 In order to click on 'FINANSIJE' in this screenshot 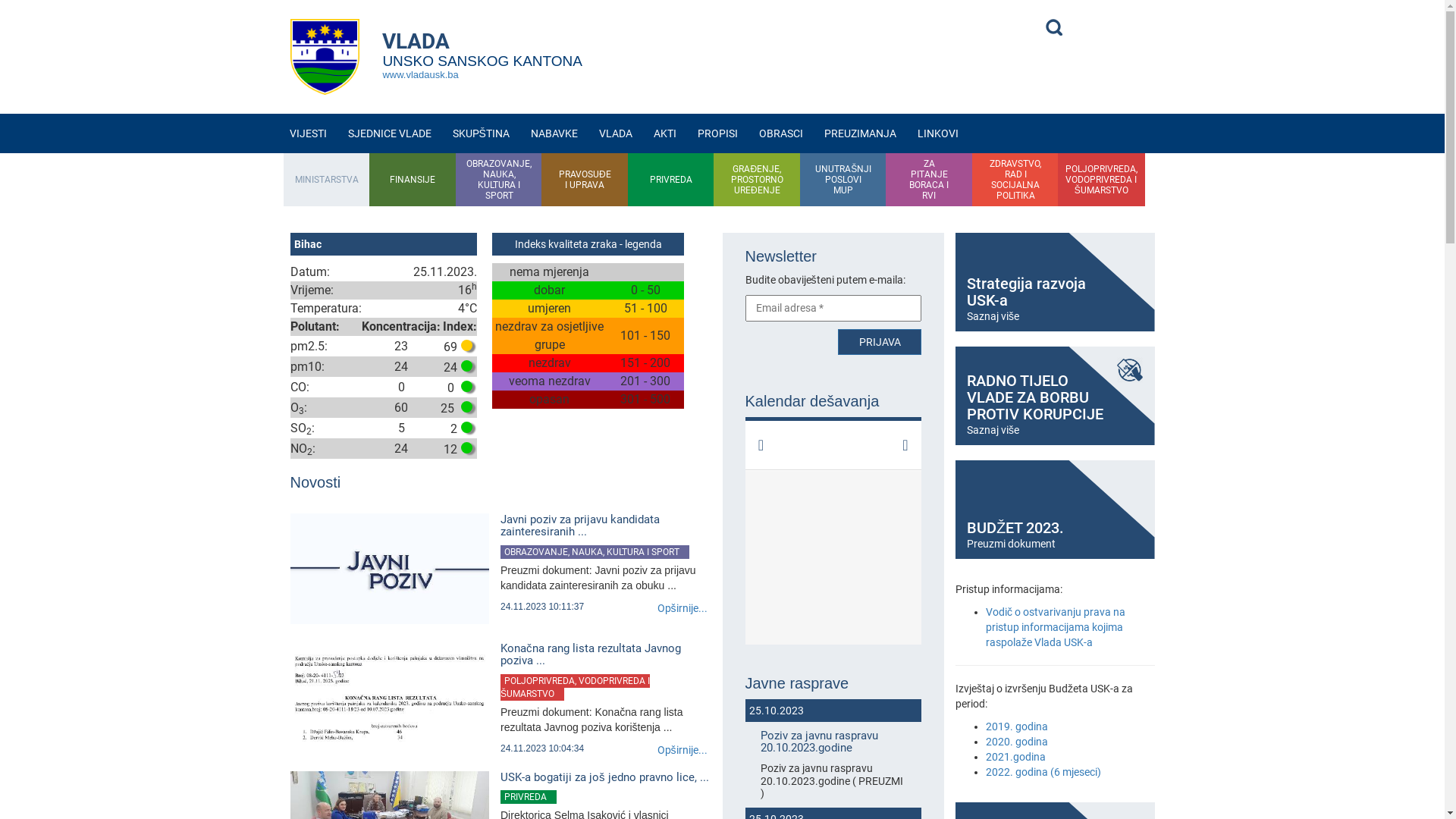, I will do `click(412, 178)`.